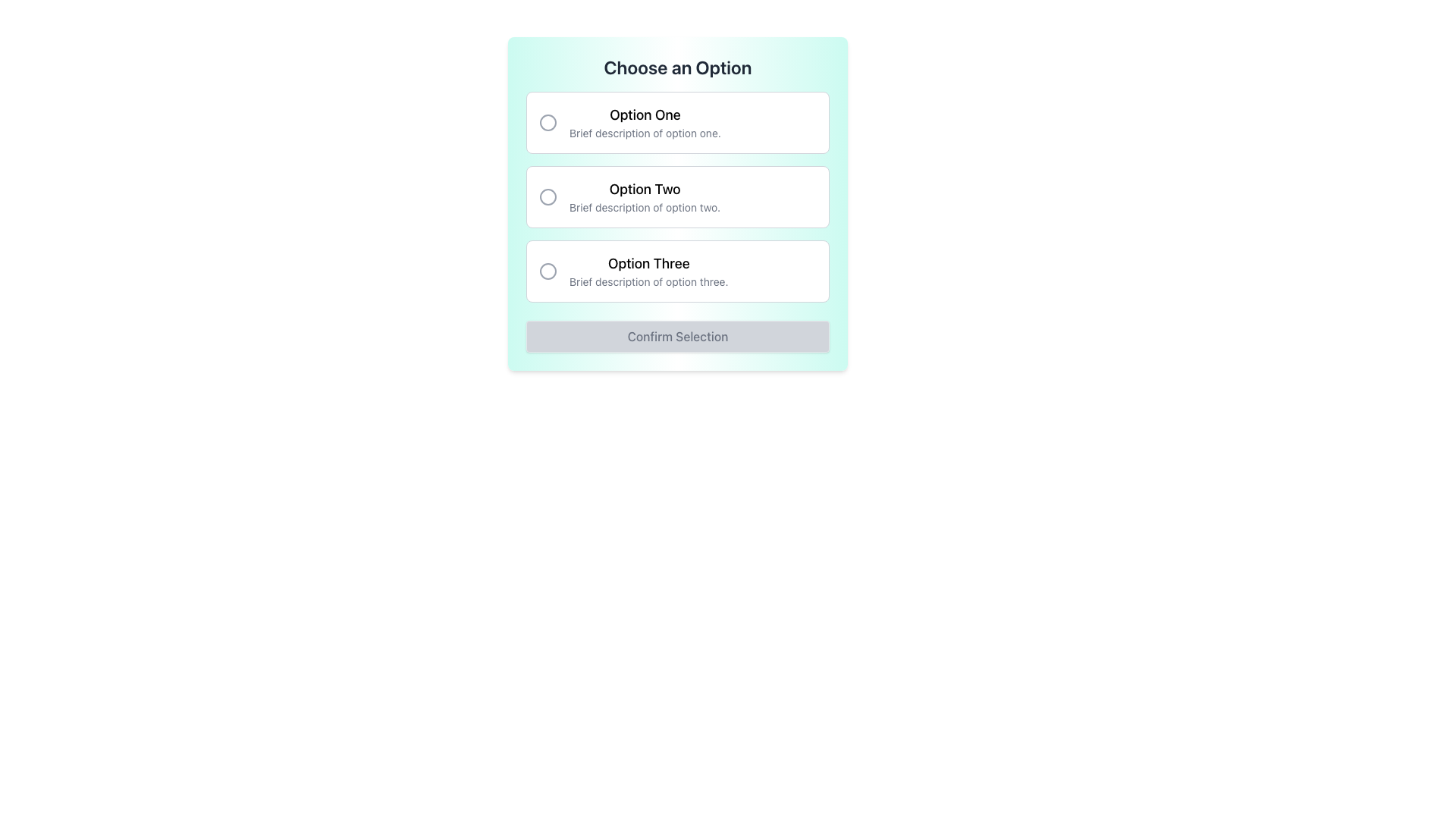  I want to click on the main label for the second selectable option, so click(645, 189).